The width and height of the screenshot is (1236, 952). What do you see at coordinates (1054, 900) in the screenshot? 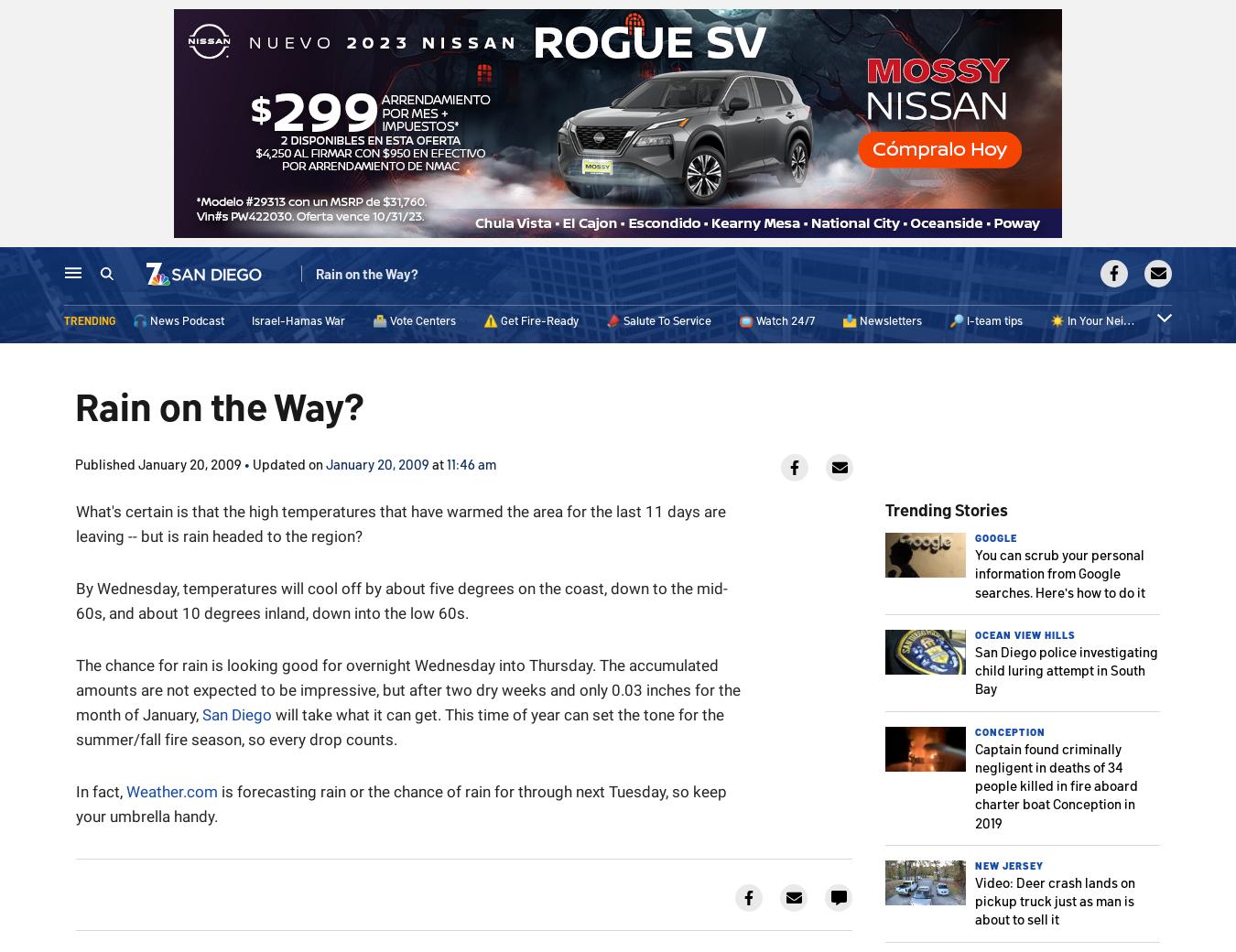
I see `'Video: Deer crash lands on pickup truck just as man is about to sell it'` at bounding box center [1054, 900].